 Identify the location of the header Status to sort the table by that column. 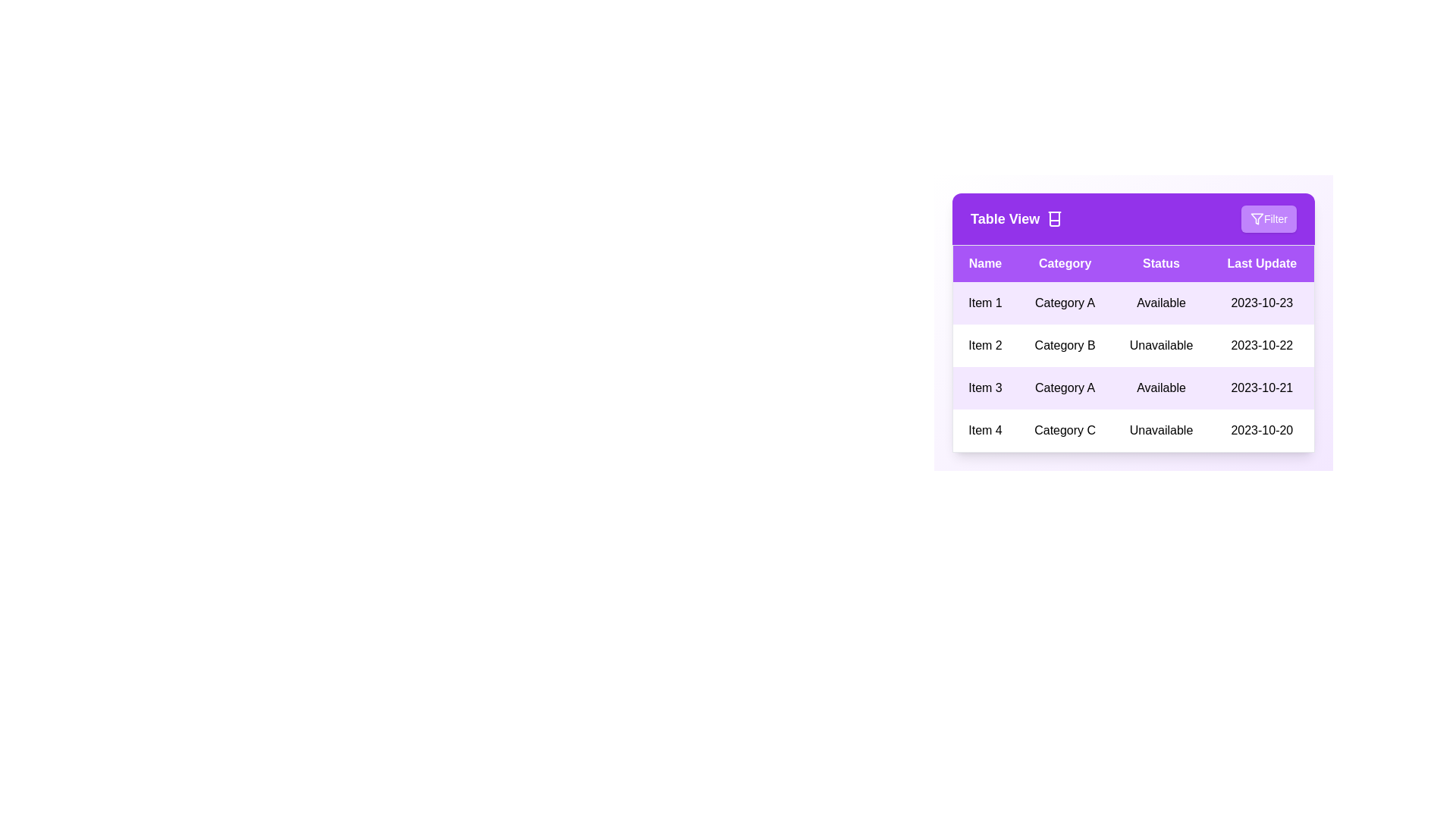
(1160, 262).